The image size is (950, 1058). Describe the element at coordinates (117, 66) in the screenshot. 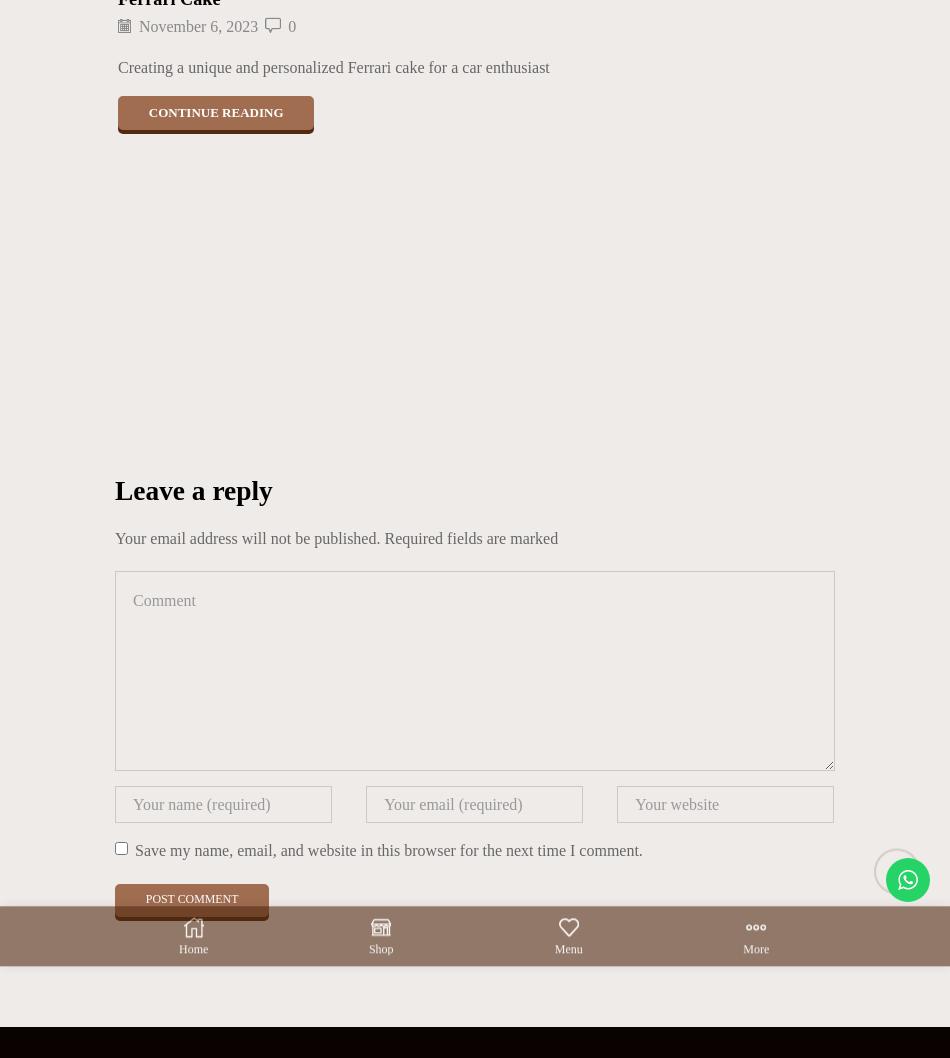

I see `'Creating a unique and personalized Ferrari cake for a car enthusiast'` at that location.